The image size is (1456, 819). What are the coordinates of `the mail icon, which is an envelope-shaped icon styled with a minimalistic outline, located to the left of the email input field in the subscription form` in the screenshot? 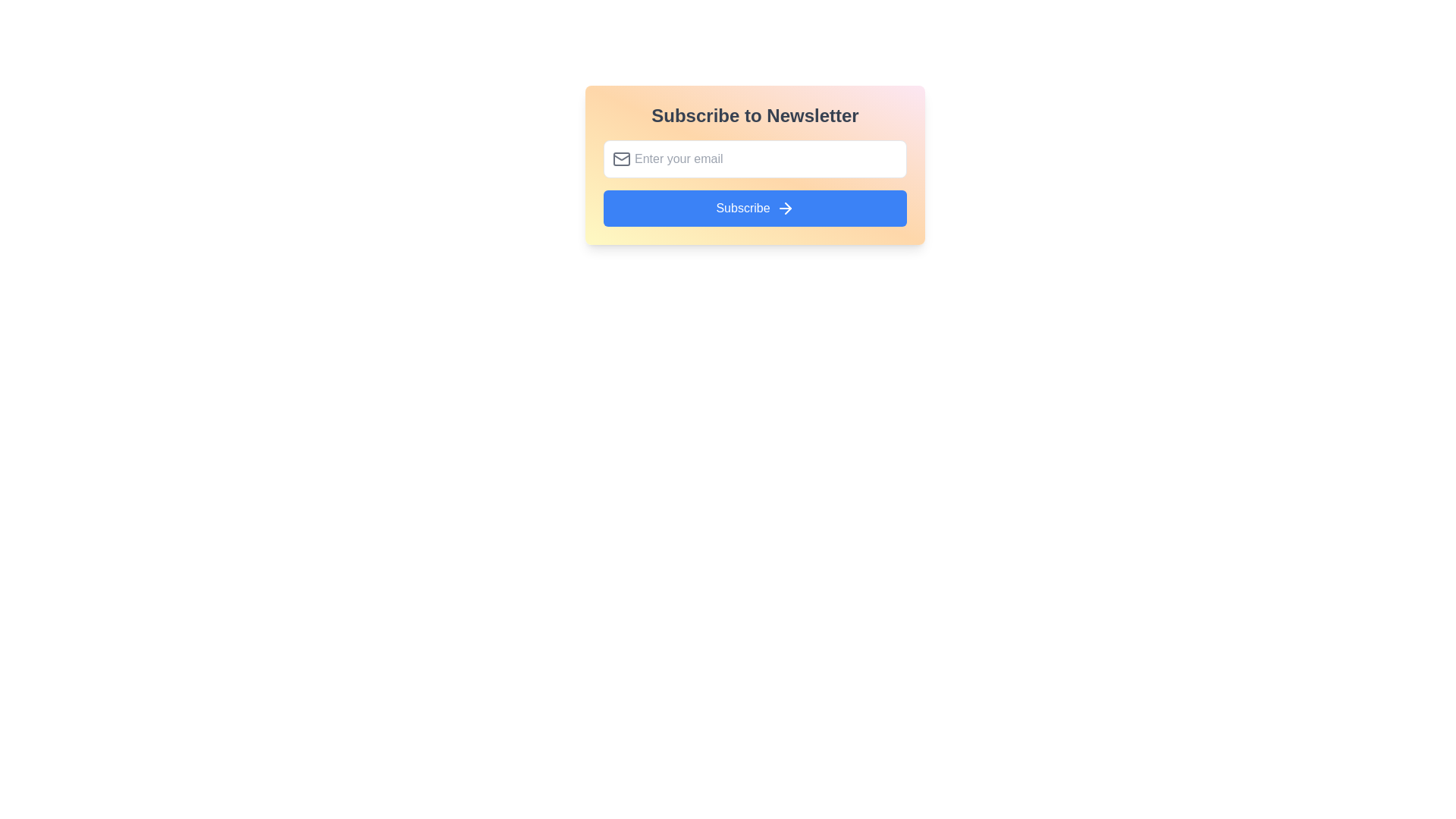 It's located at (622, 158).